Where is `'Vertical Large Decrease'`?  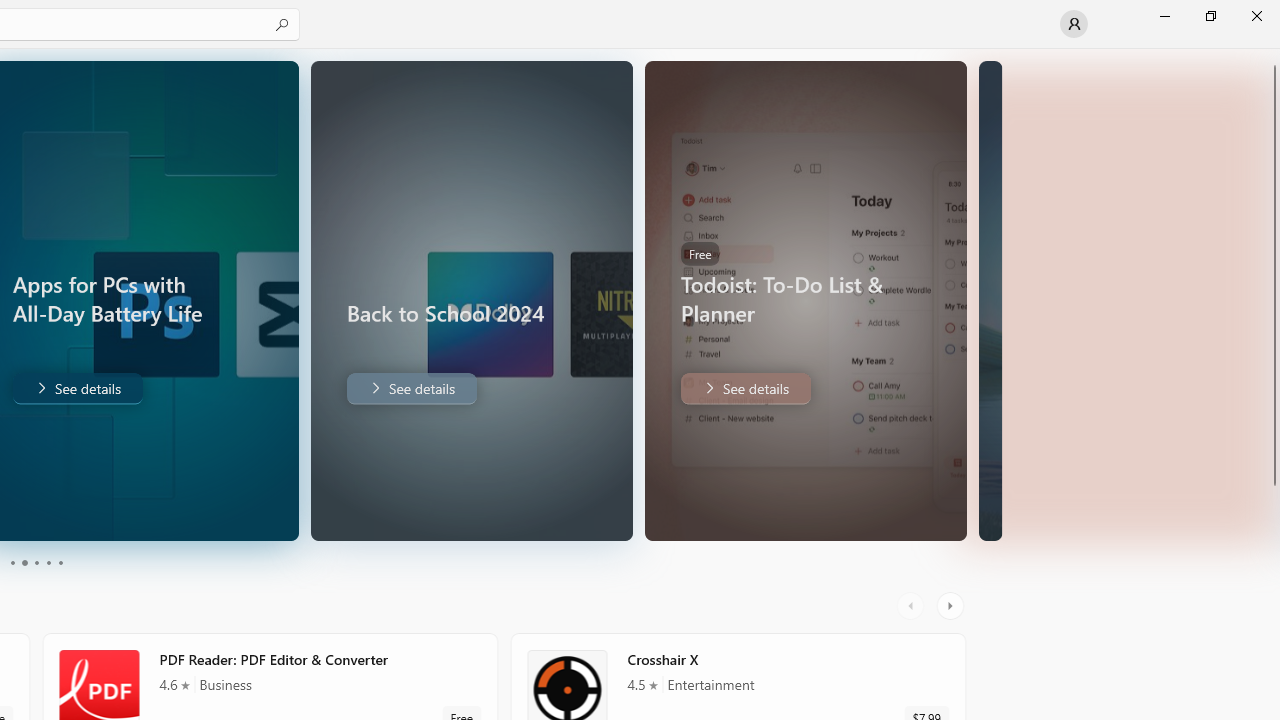 'Vertical Large Decrease' is located at coordinates (1271, 252).